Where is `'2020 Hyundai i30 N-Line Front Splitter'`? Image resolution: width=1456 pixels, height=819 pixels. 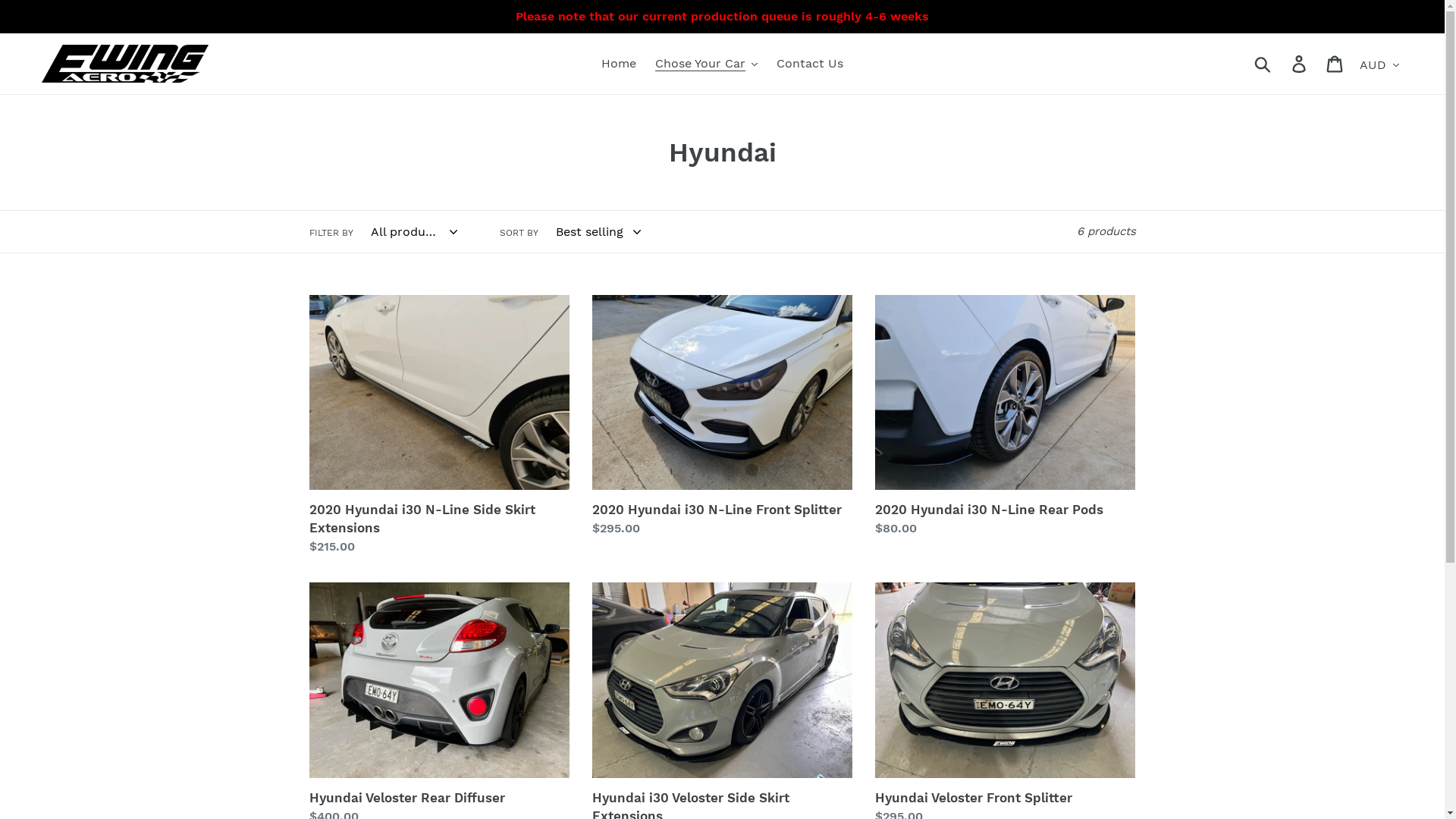 '2020 Hyundai i30 N-Line Front Splitter' is located at coordinates (721, 416).